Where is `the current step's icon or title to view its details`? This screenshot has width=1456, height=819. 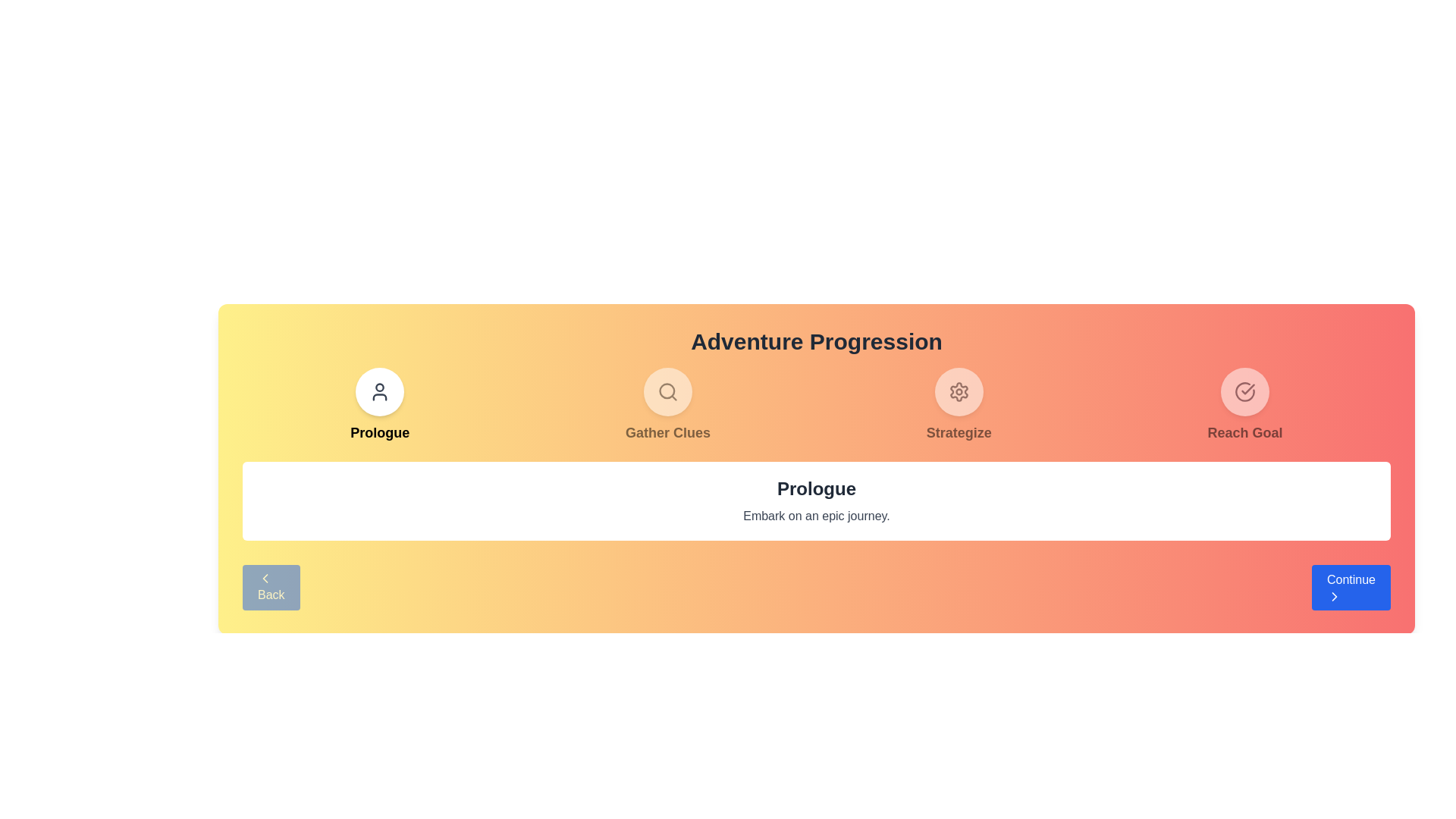 the current step's icon or title to view its details is located at coordinates (380, 391).